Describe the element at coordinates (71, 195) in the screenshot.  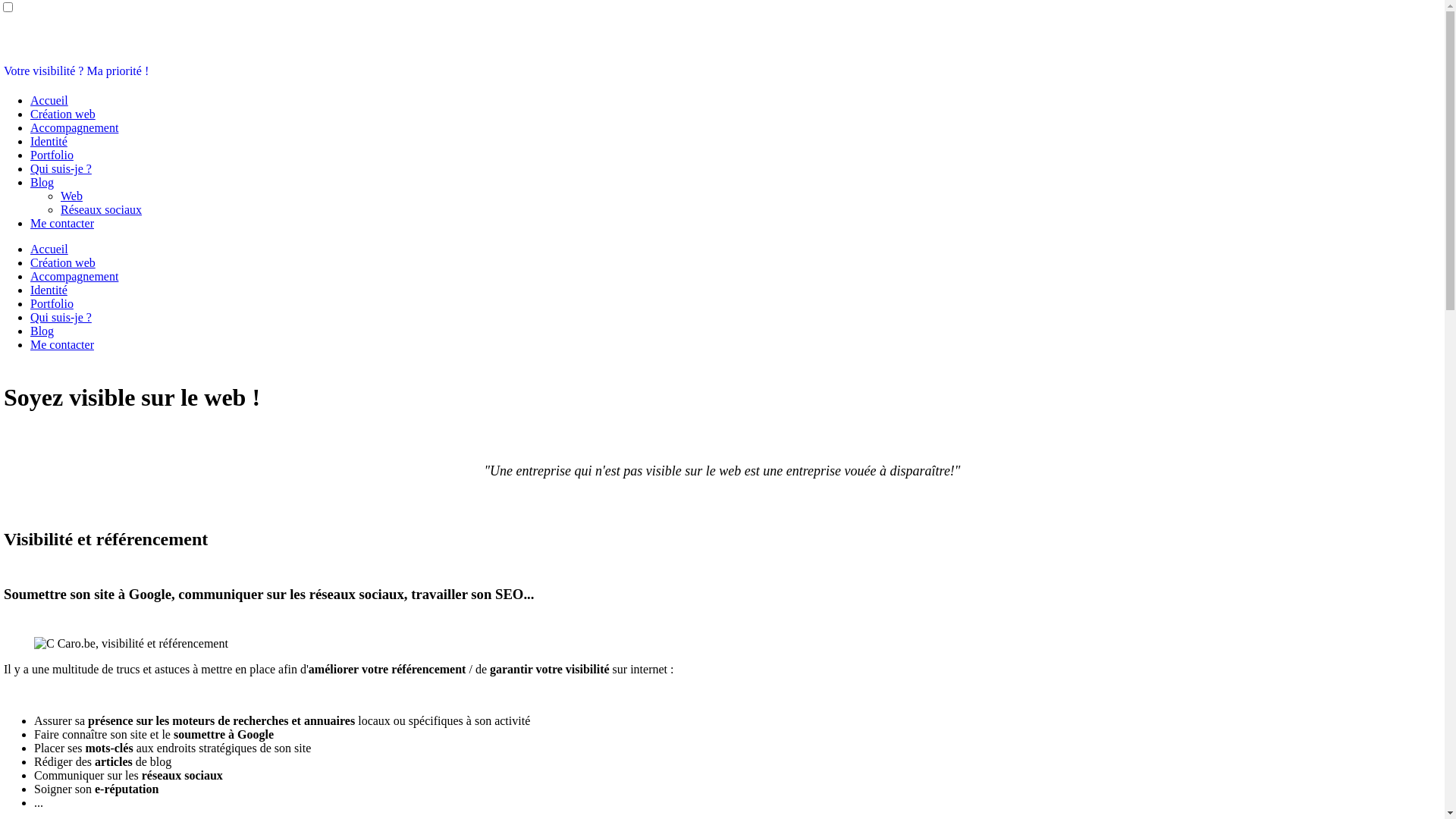
I see `'Web'` at that location.